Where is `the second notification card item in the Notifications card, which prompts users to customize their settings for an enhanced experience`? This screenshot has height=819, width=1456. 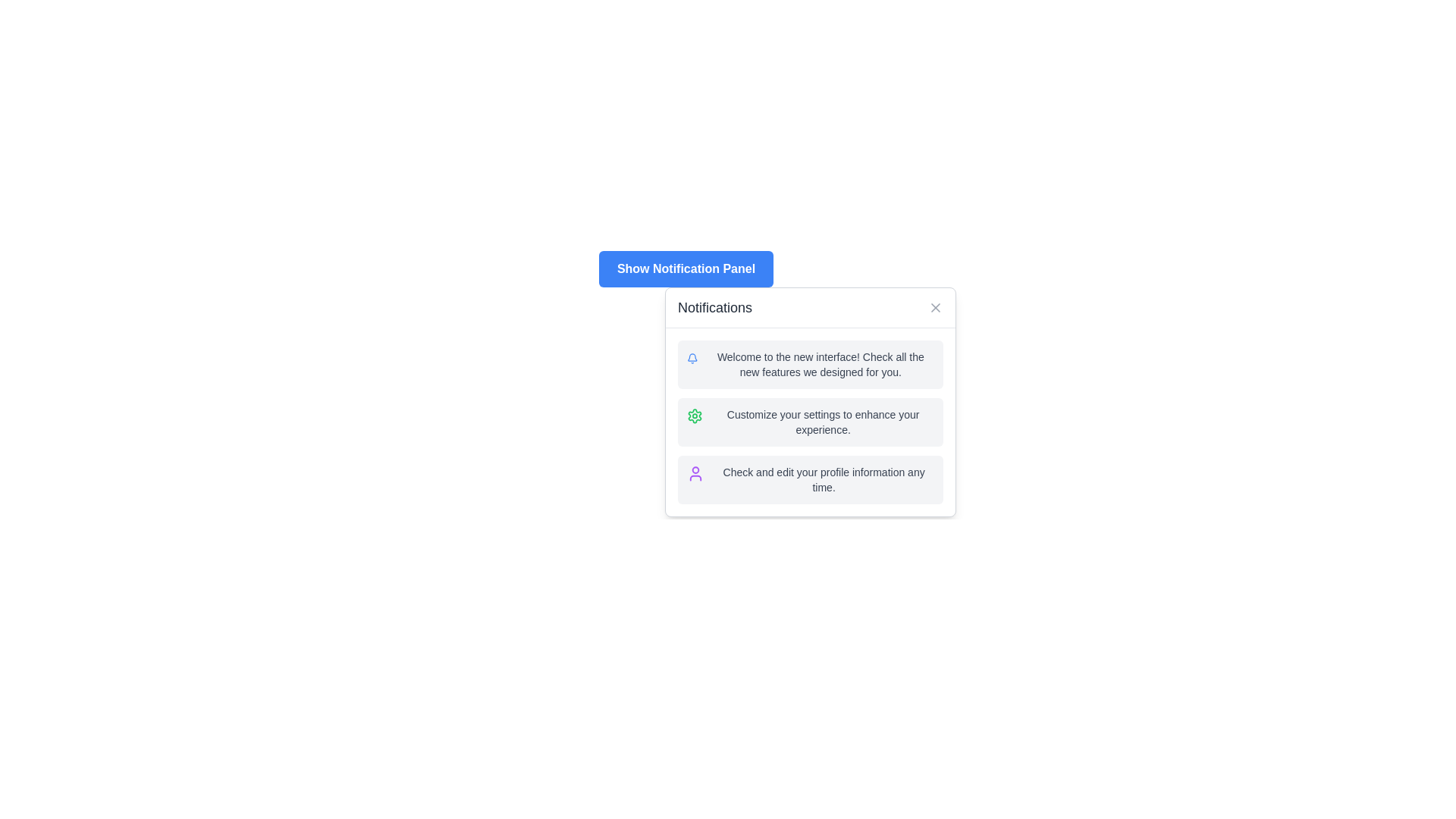 the second notification card item in the Notifications card, which prompts users to customize their settings for an enhanced experience is located at coordinates (810, 401).